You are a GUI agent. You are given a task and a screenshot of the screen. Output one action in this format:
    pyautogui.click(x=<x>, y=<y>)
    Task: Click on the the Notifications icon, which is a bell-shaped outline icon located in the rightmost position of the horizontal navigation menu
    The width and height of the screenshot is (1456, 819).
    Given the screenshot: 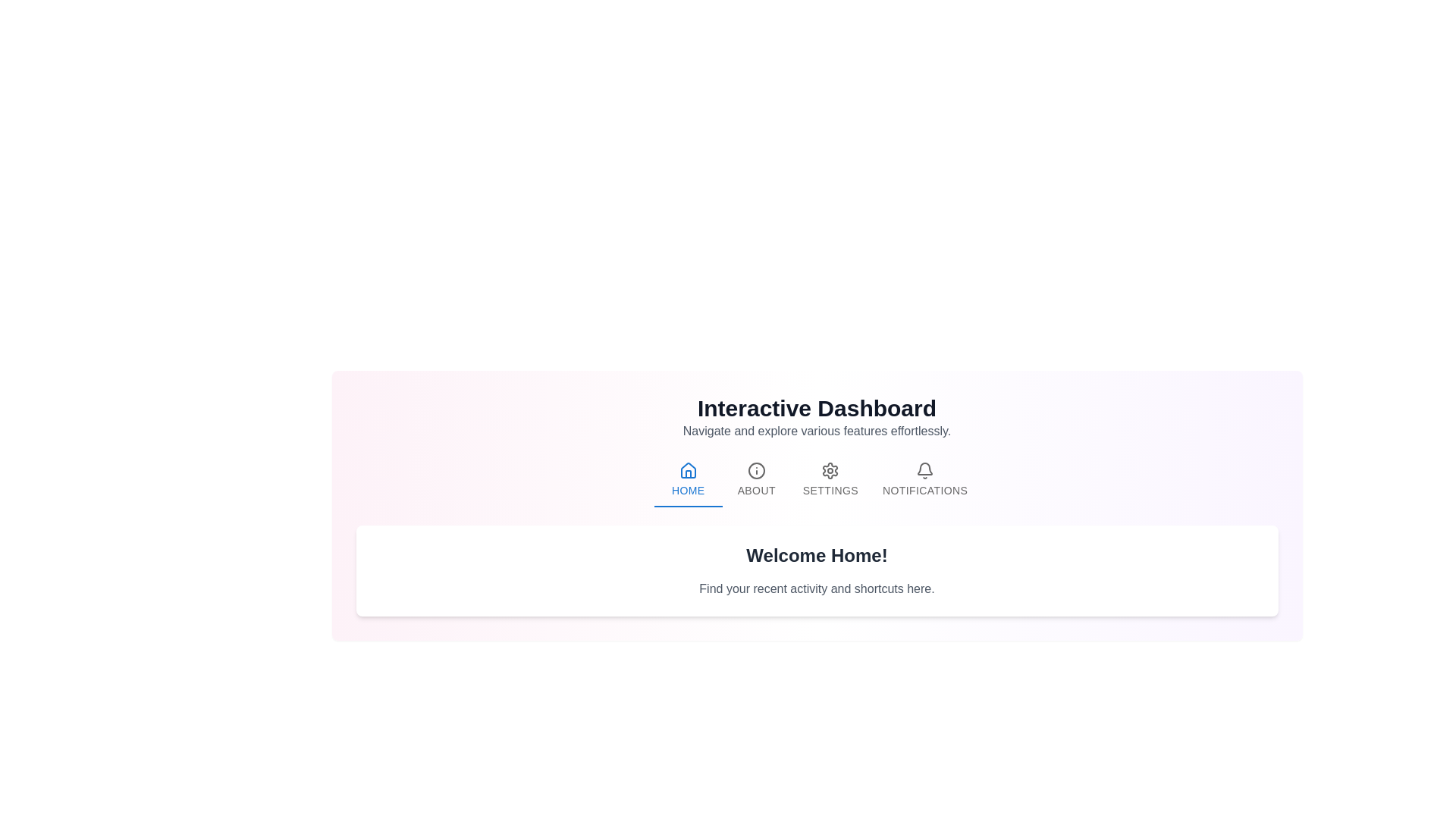 What is the action you would take?
    pyautogui.click(x=924, y=470)
    